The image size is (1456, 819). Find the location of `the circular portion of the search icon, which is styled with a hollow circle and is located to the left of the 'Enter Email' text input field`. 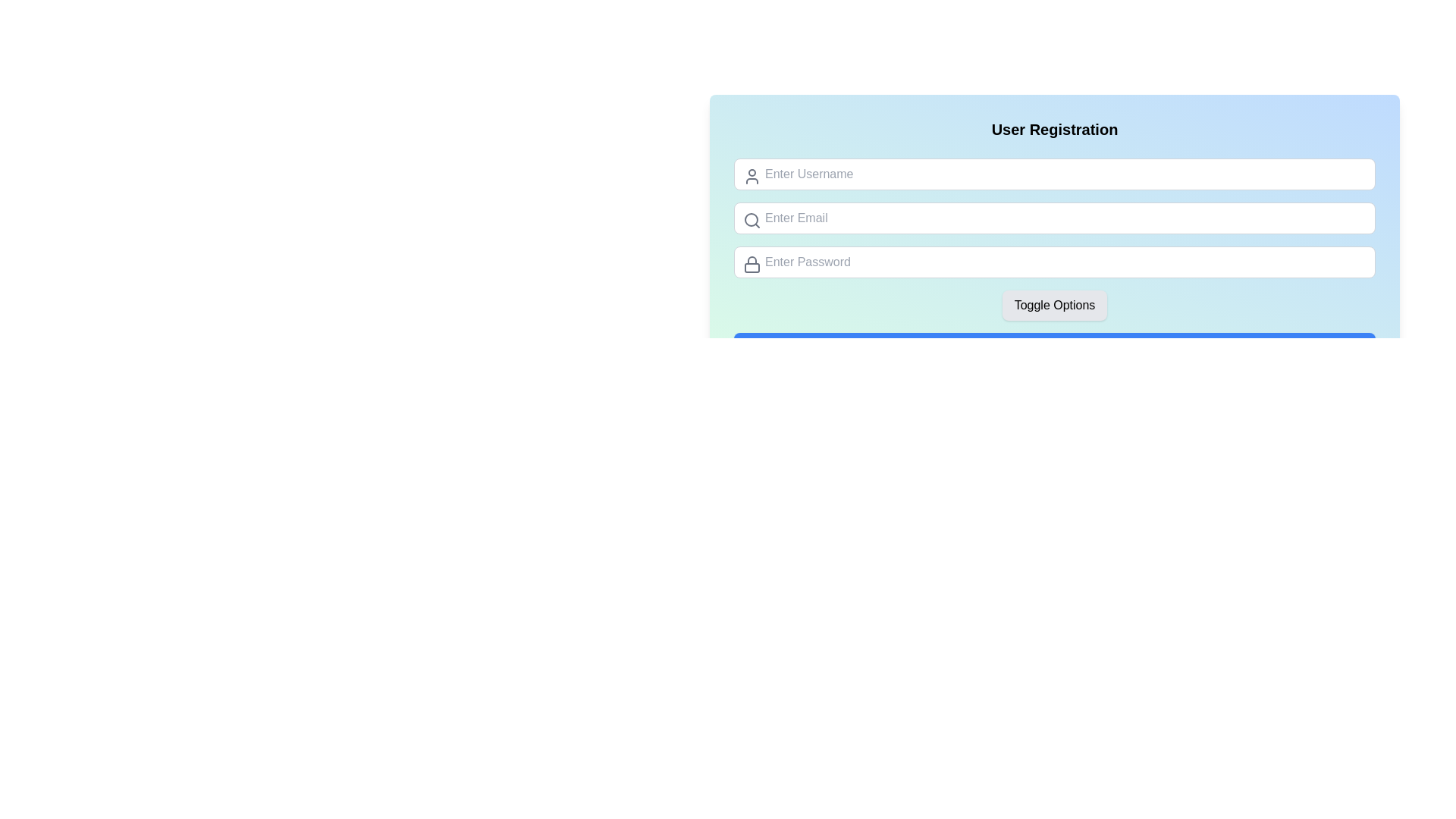

the circular portion of the search icon, which is styled with a hollow circle and is located to the left of the 'Enter Email' text input field is located at coordinates (751, 219).